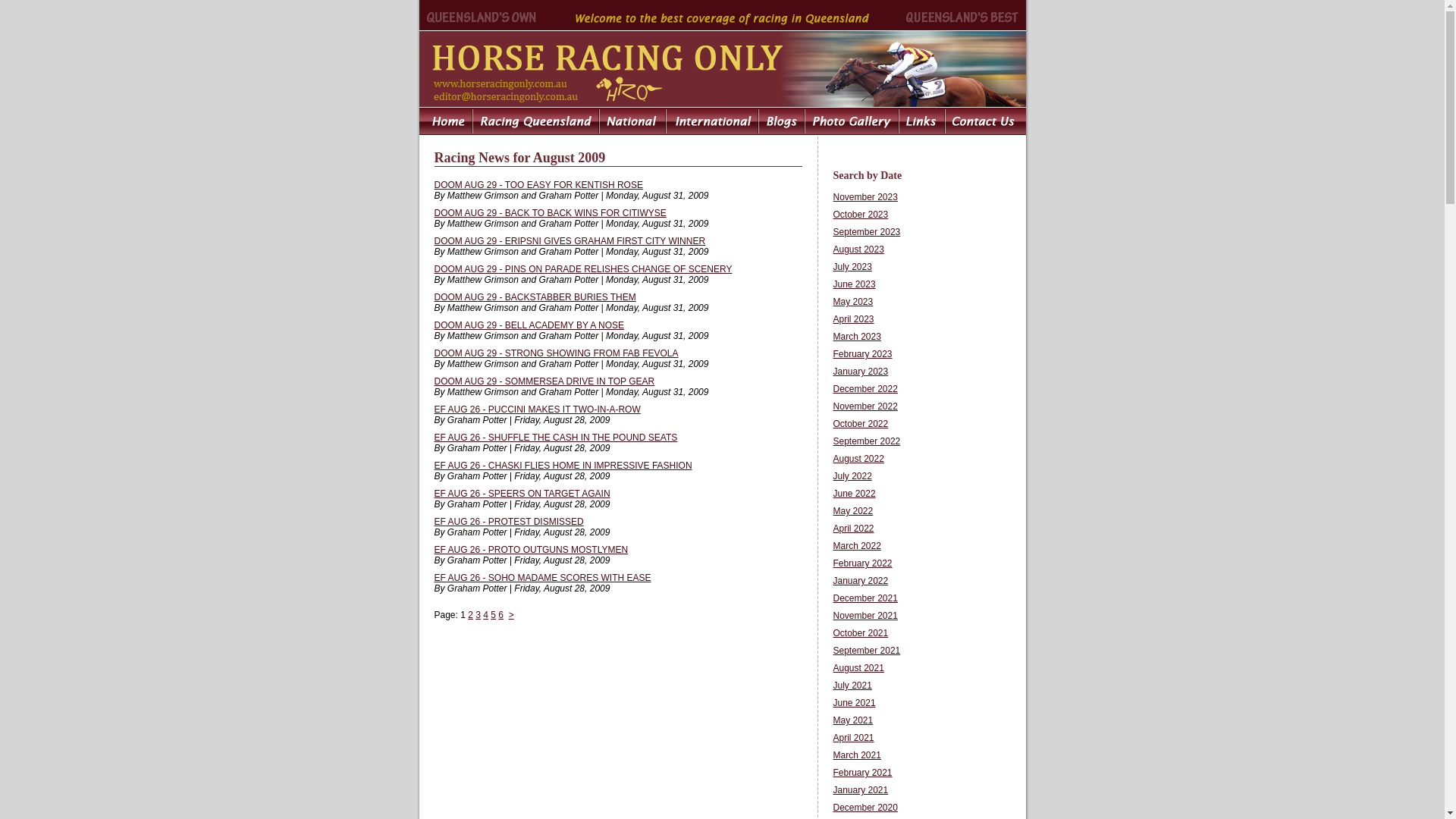 Image resolution: width=1456 pixels, height=819 pixels. Describe the element at coordinates (432, 324) in the screenshot. I see `'DOOM AUG 29 - BELL ACADEMY BY A NOSE'` at that location.